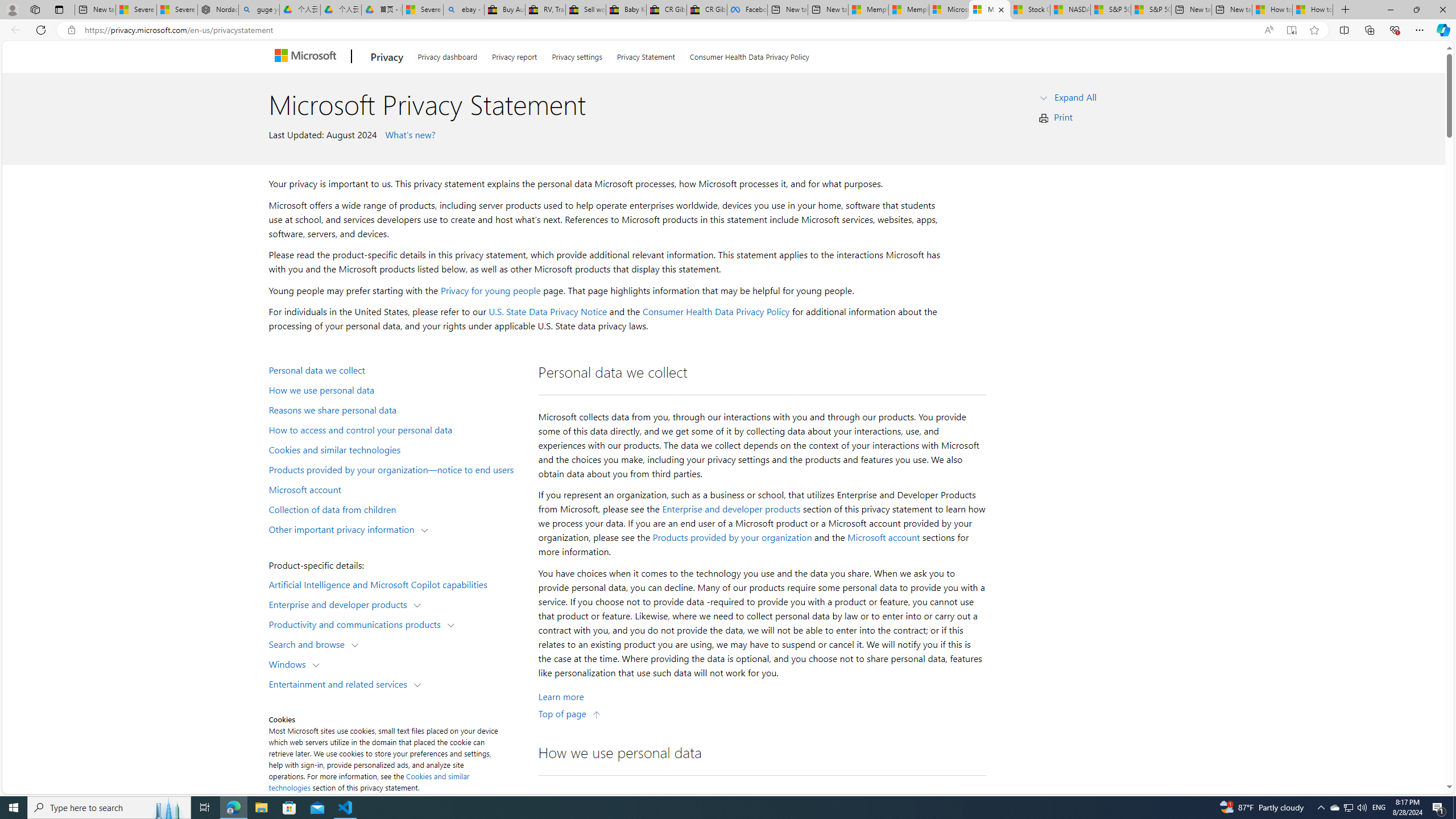 Image resolution: width=1456 pixels, height=819 pixels. I want to click on 'guge yunpan - Search', so click(258, 9).